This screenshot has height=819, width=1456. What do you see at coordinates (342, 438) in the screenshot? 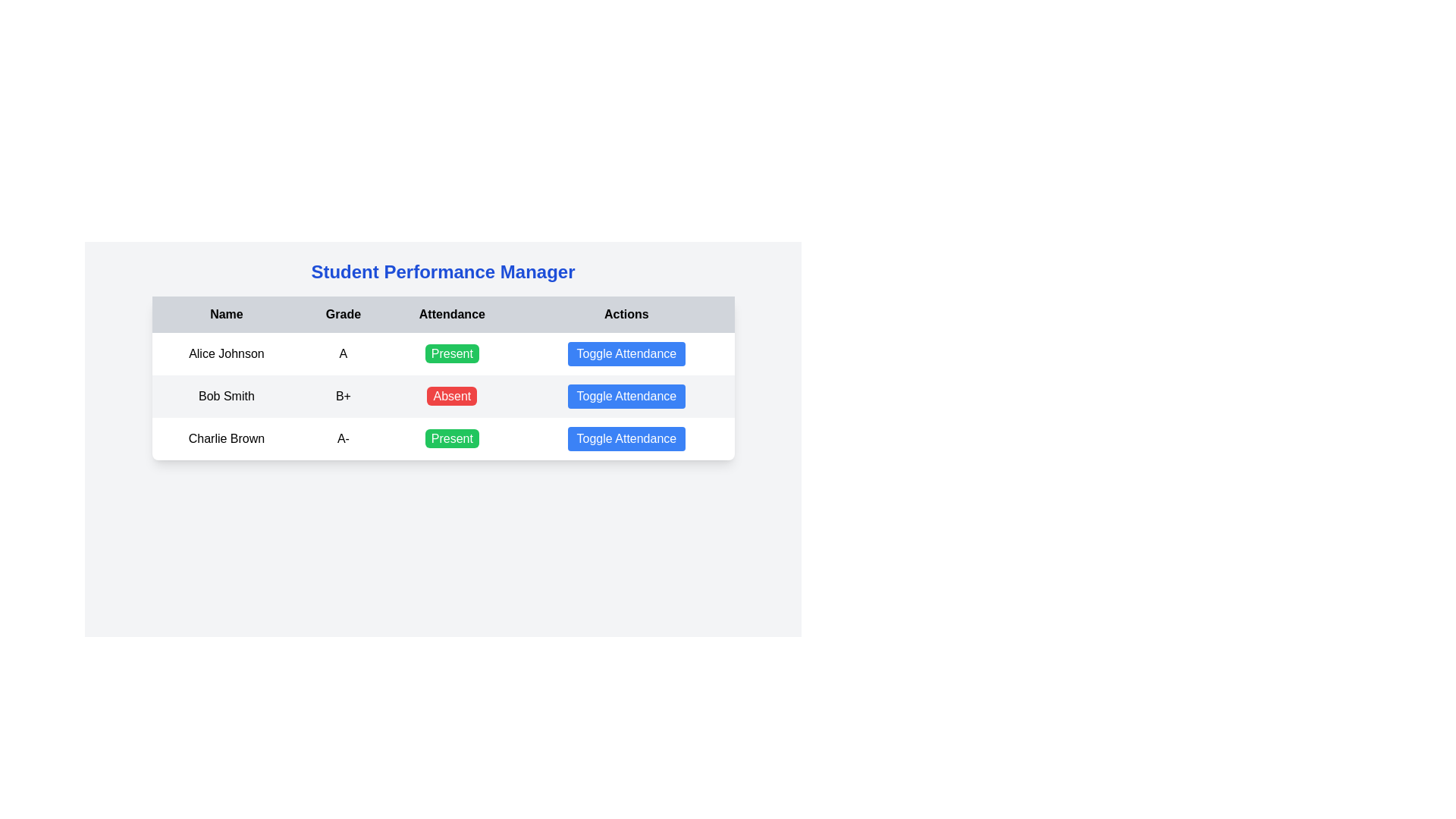
I see `the static text element displaying 'A-' located in the third row under the 'Grade' column of the table for 'Charlie Brown'` at bounding box center [342, 438].